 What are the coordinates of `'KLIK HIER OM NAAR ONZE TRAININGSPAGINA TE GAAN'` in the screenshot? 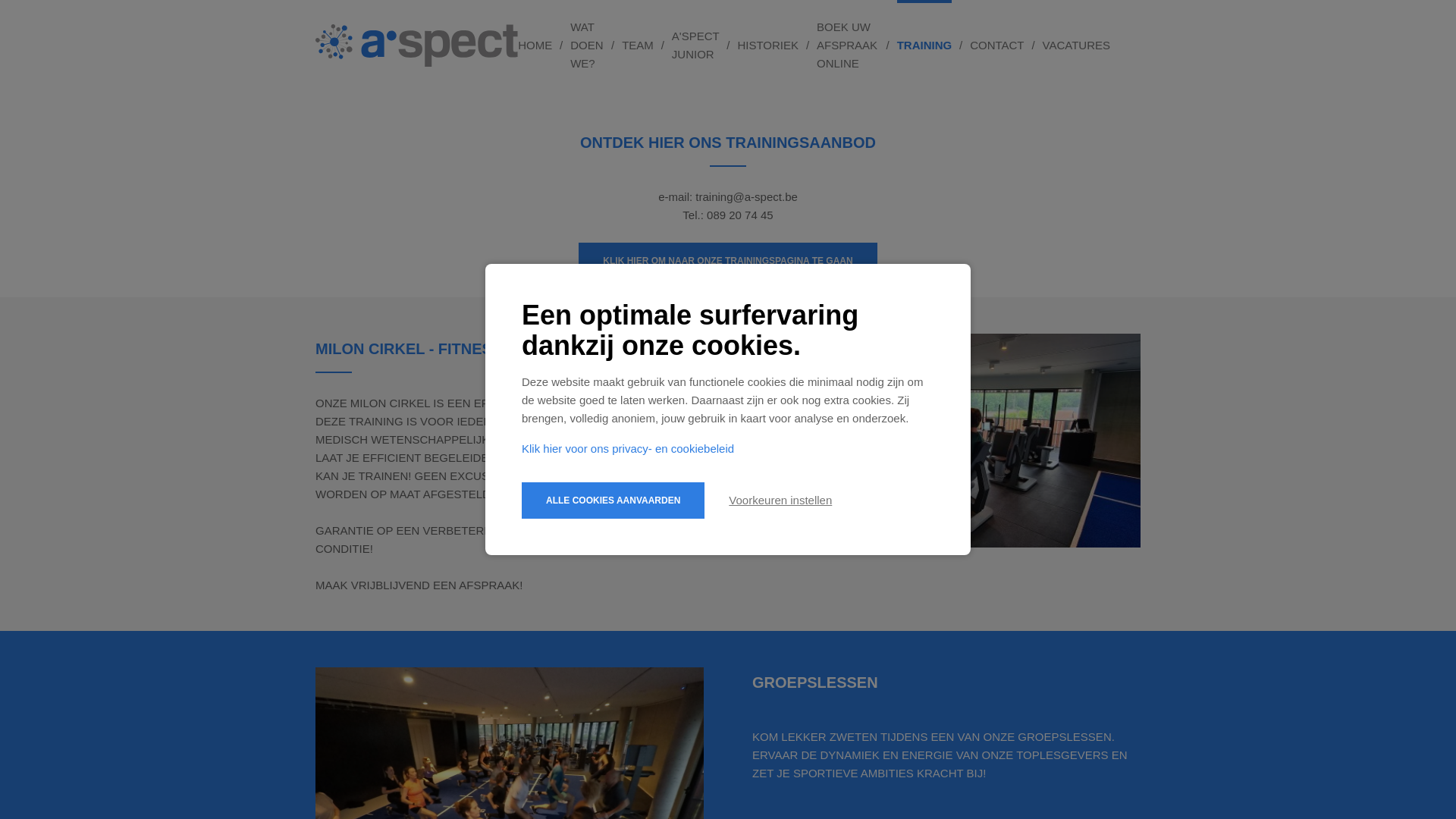 It's located at (726, 259).